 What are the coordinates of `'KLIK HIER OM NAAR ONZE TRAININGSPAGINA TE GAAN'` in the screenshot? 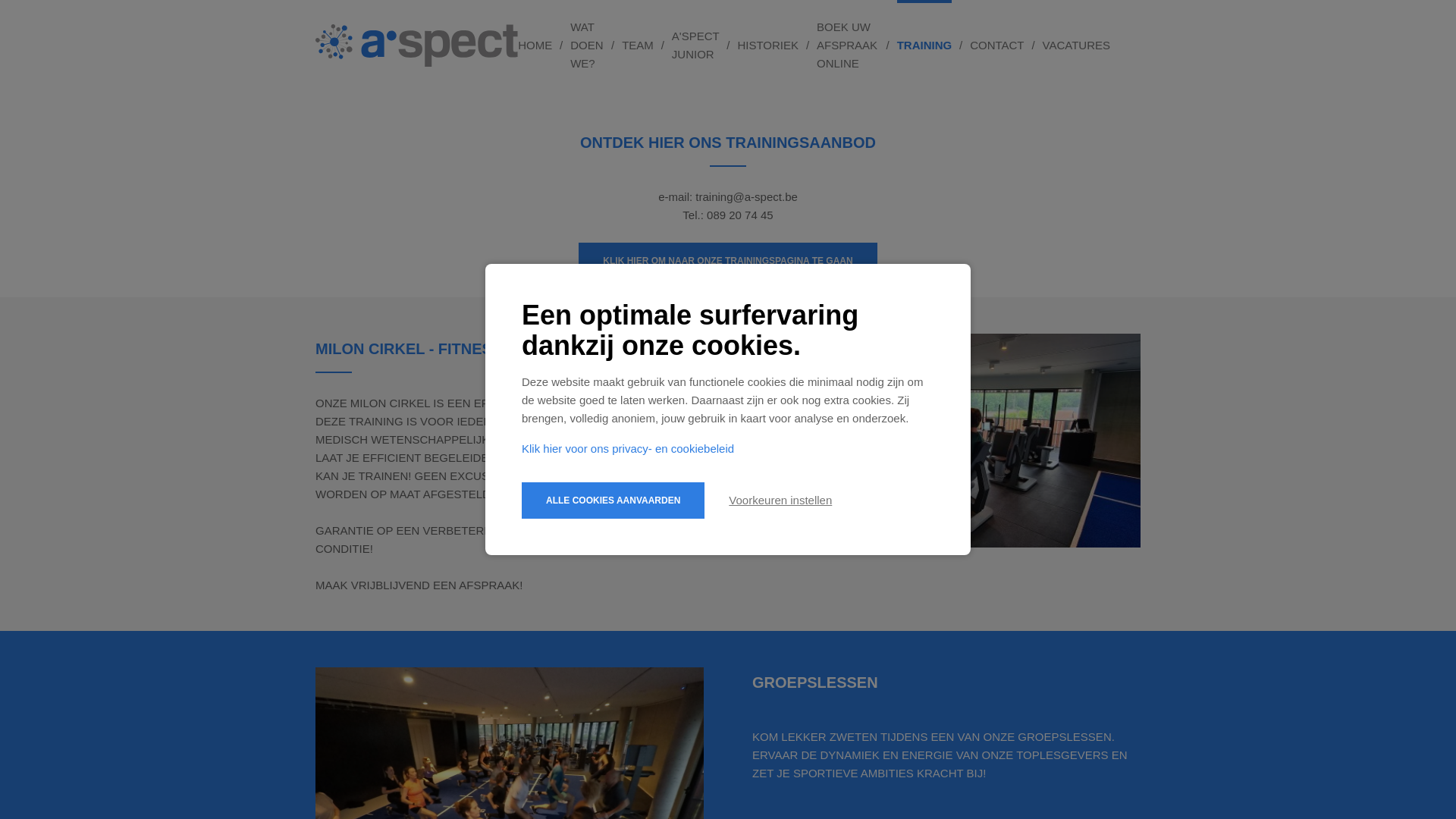 It's located at (726, 259).